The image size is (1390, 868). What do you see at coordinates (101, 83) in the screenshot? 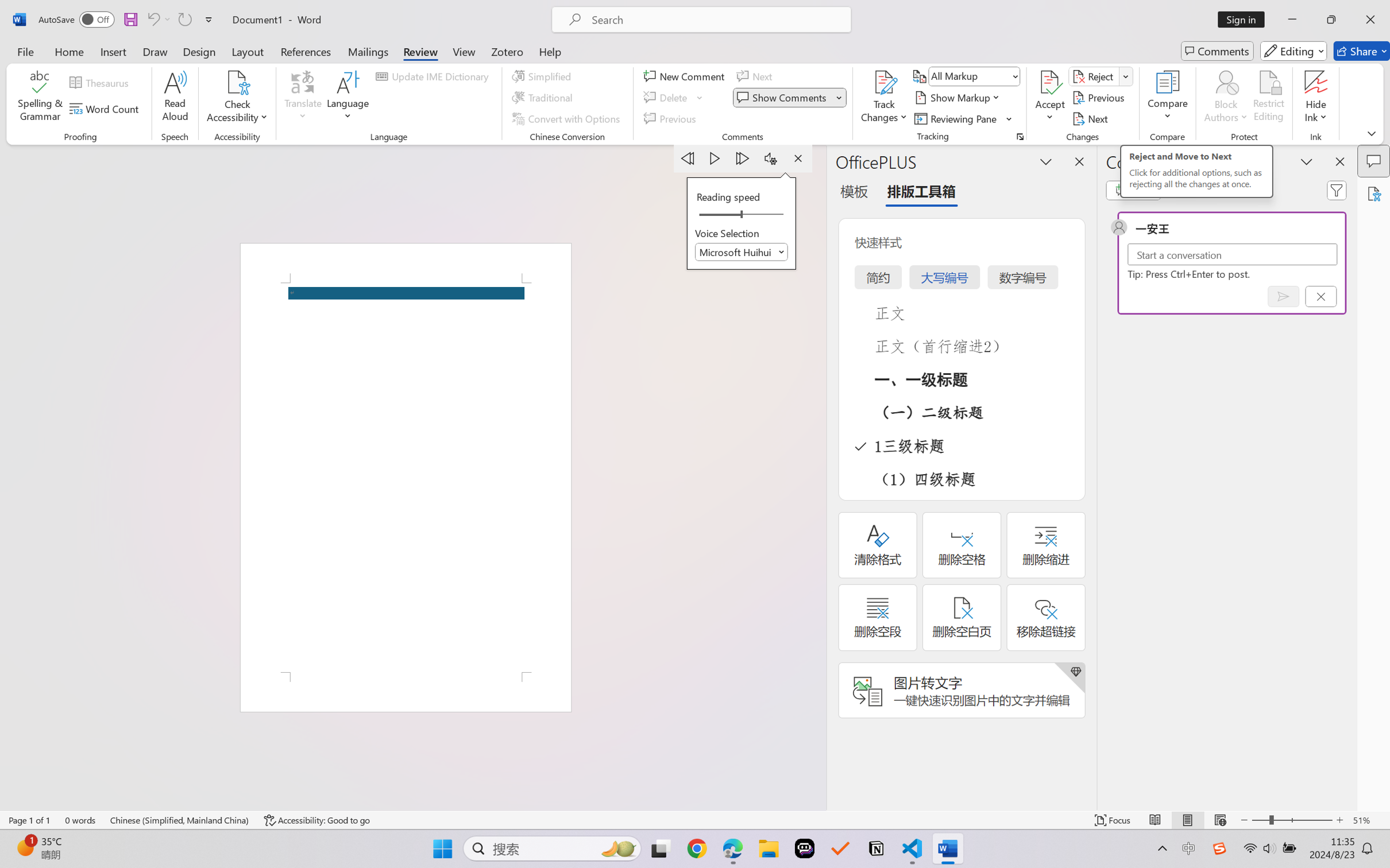
I see `'Thesaurus...'` at bounding box center [101, 83].